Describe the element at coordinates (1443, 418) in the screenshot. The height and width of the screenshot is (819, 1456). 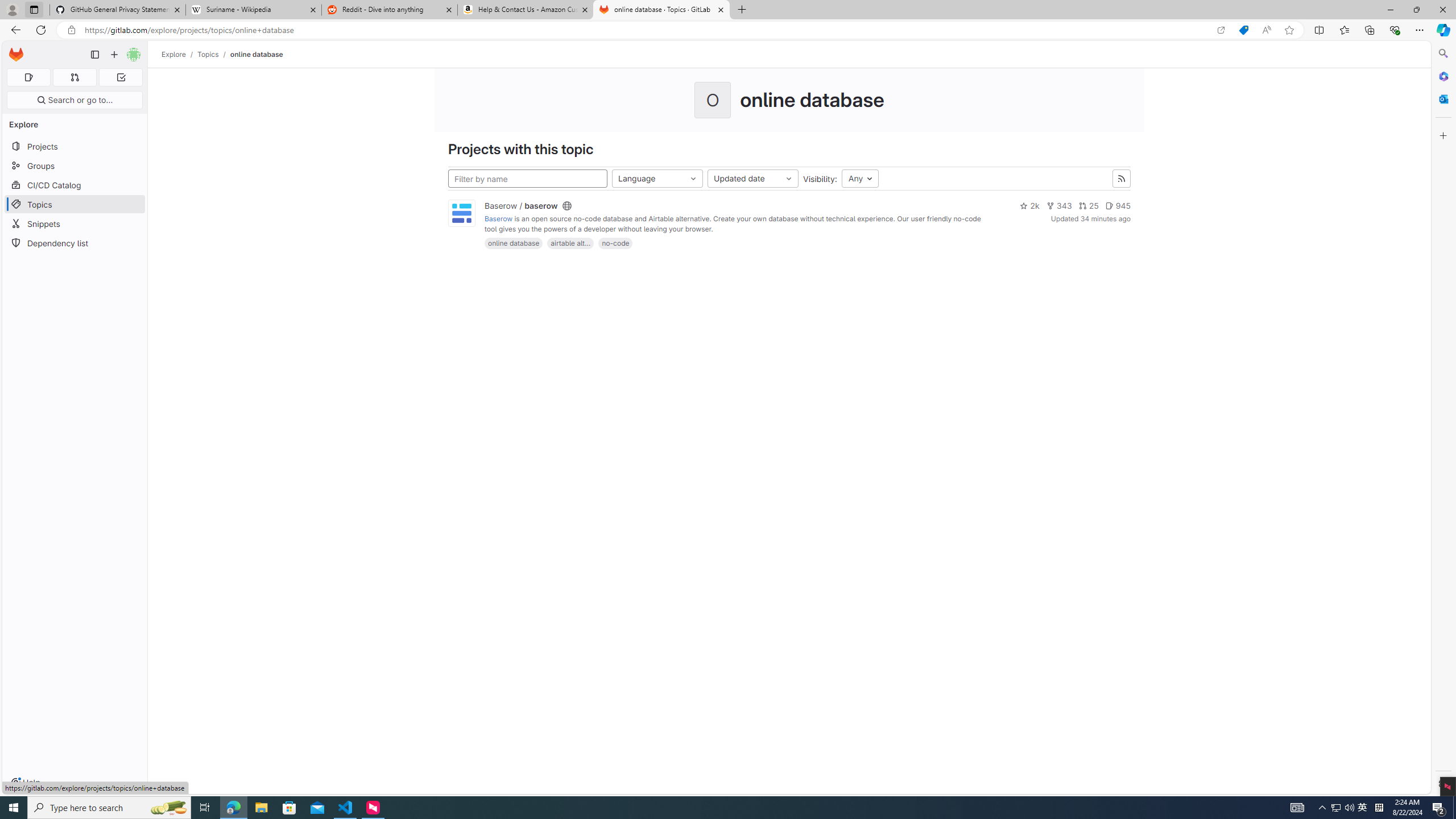
I see `'Side bar'` at that location.